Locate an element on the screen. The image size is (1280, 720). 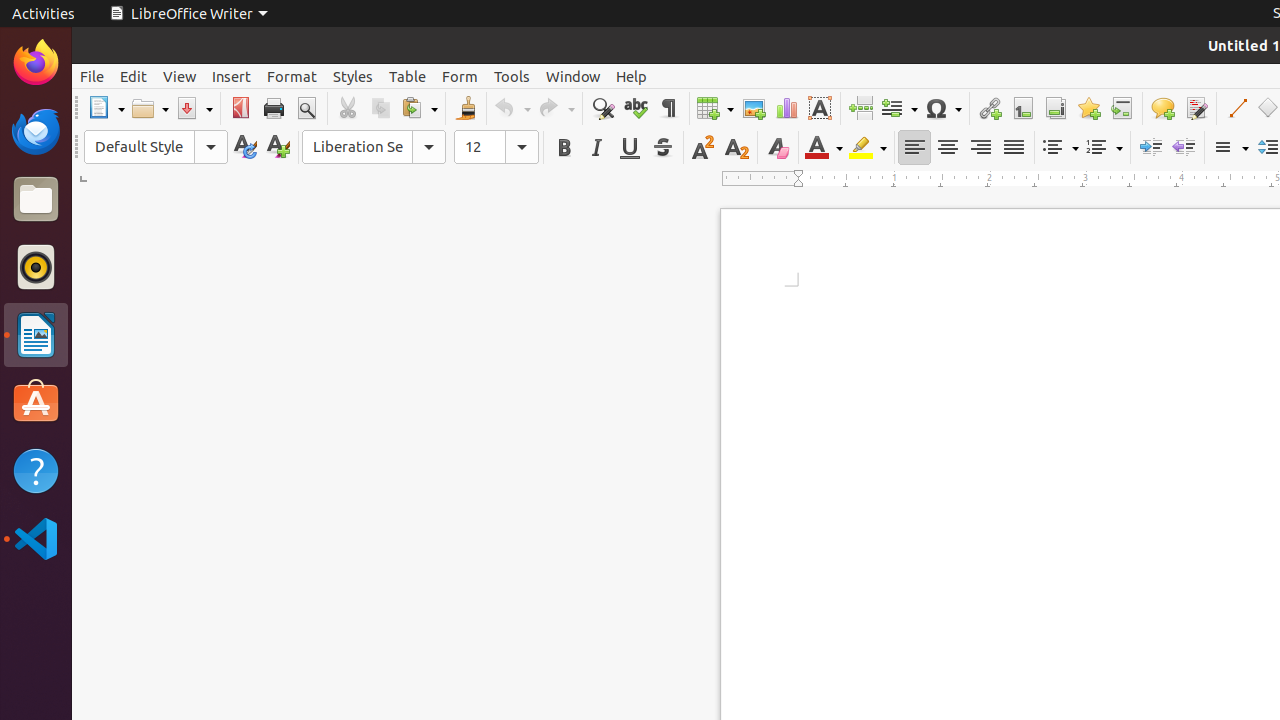
'View' is located at coordinates (179, 75).